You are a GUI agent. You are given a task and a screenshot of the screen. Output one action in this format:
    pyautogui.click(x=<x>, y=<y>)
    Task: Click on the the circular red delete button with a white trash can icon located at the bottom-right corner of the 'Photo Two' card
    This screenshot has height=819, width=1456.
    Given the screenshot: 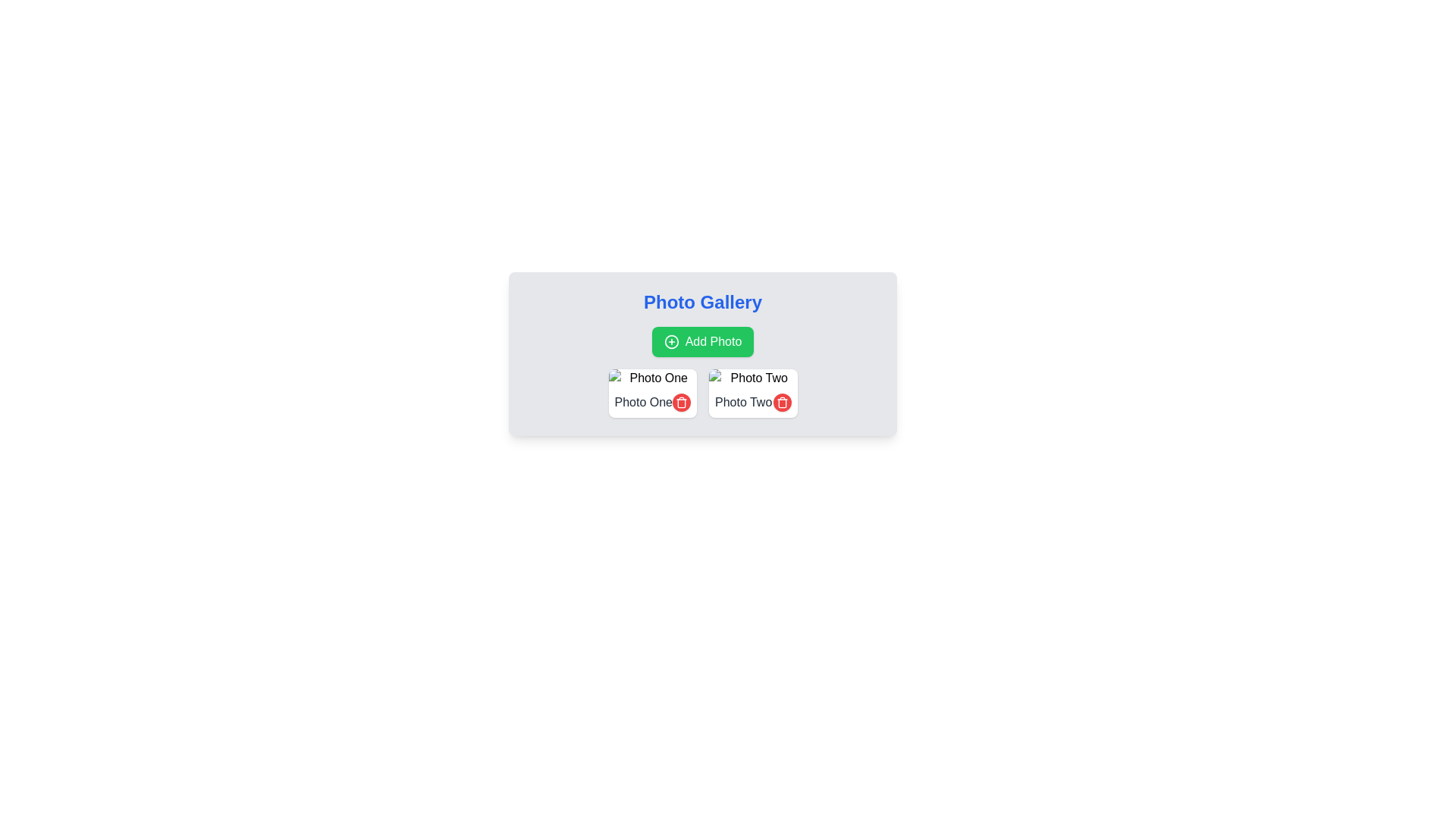 What is the action you would take?
    pyautogui.click(x=782, y=402)
    